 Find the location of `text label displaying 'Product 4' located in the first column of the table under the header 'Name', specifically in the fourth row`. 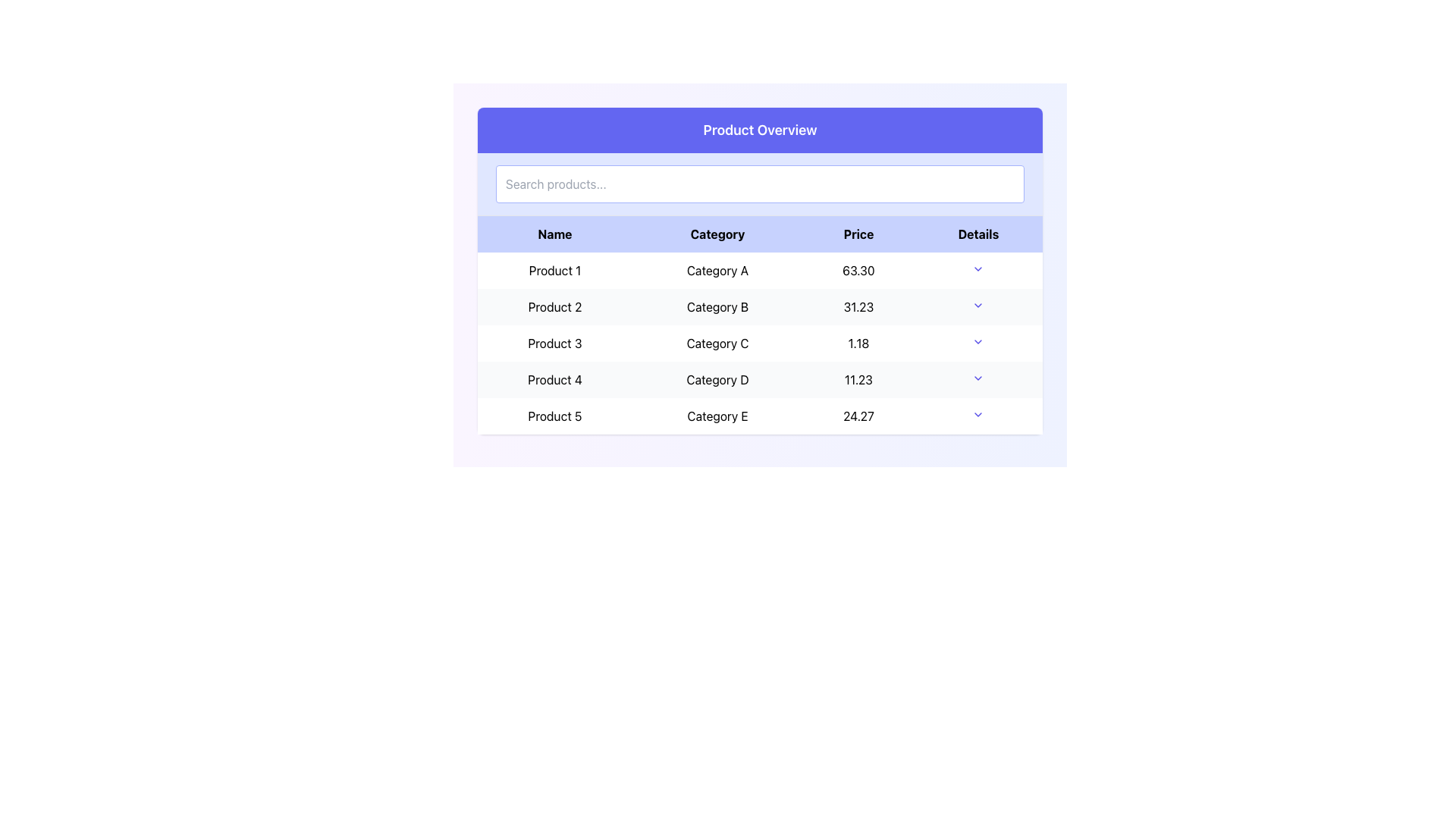

text label displaying 'Product 4' located in the first column of the table under the header 'Name', specifically in the fourth row is located at coordinates (554, 379).